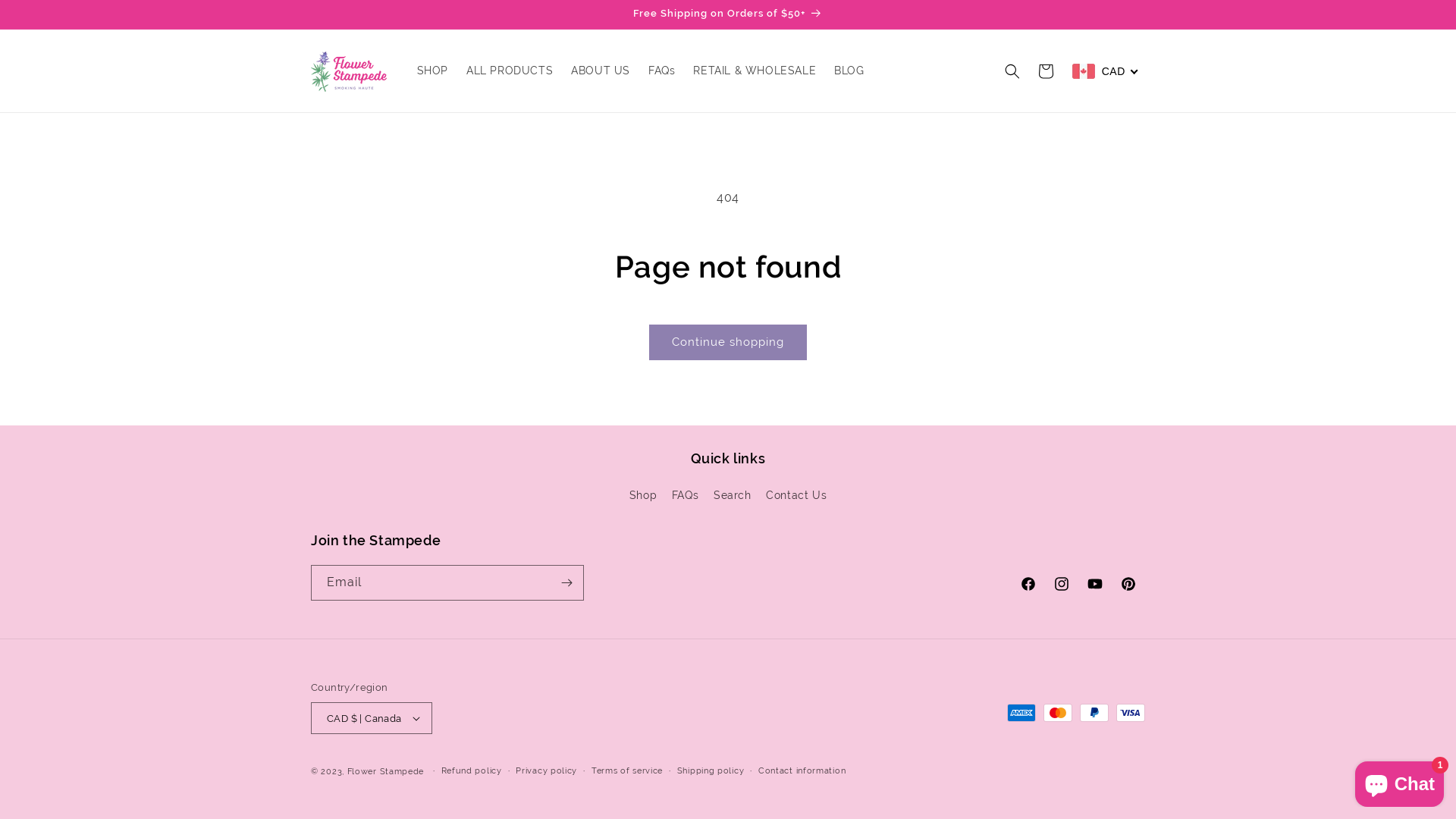 Image resolution: width=1456 pixels, height=819 pixels. I want to click on 'Shop', so click(629, 497).